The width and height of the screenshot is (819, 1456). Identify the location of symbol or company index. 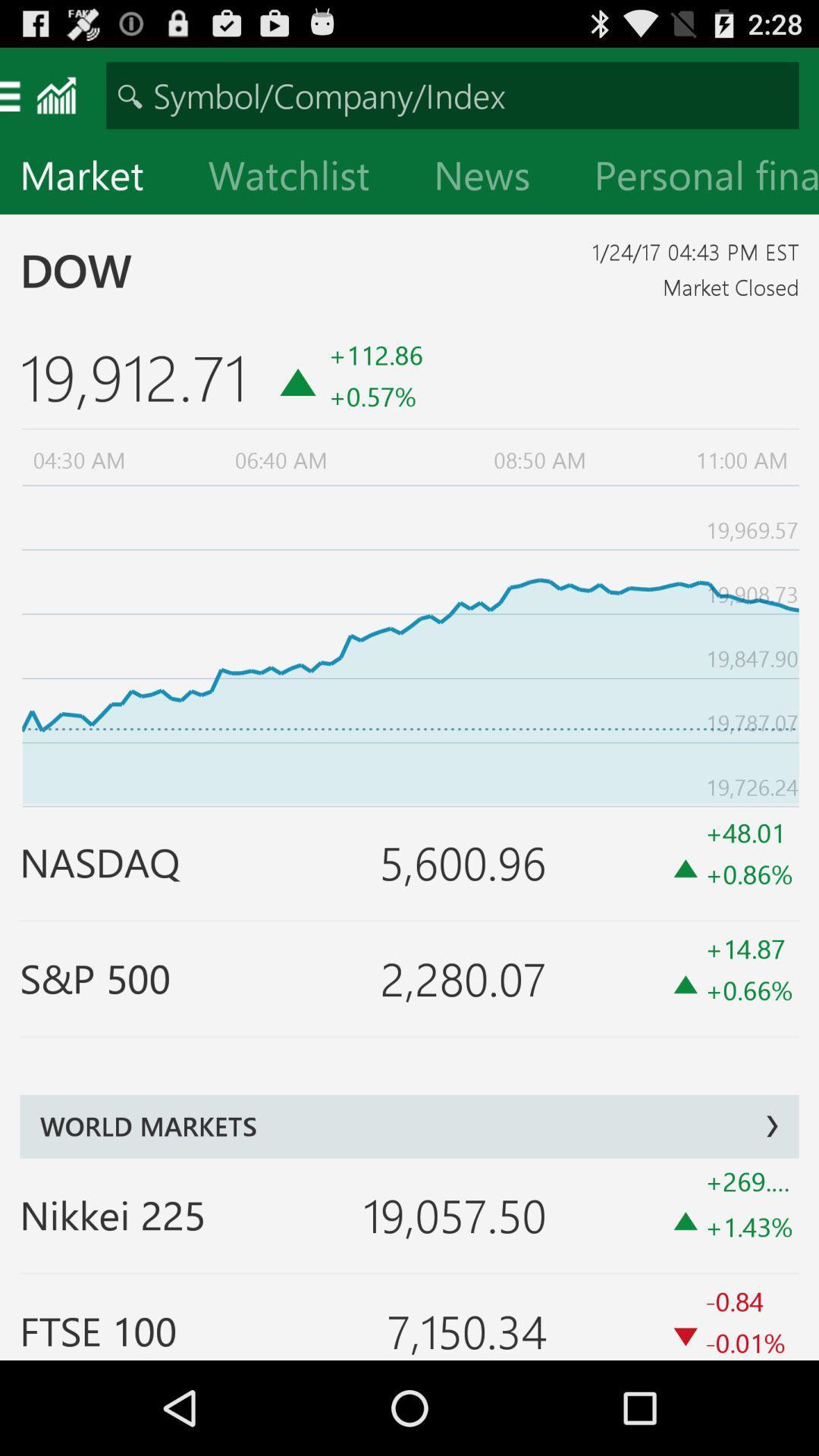
(452, 94).